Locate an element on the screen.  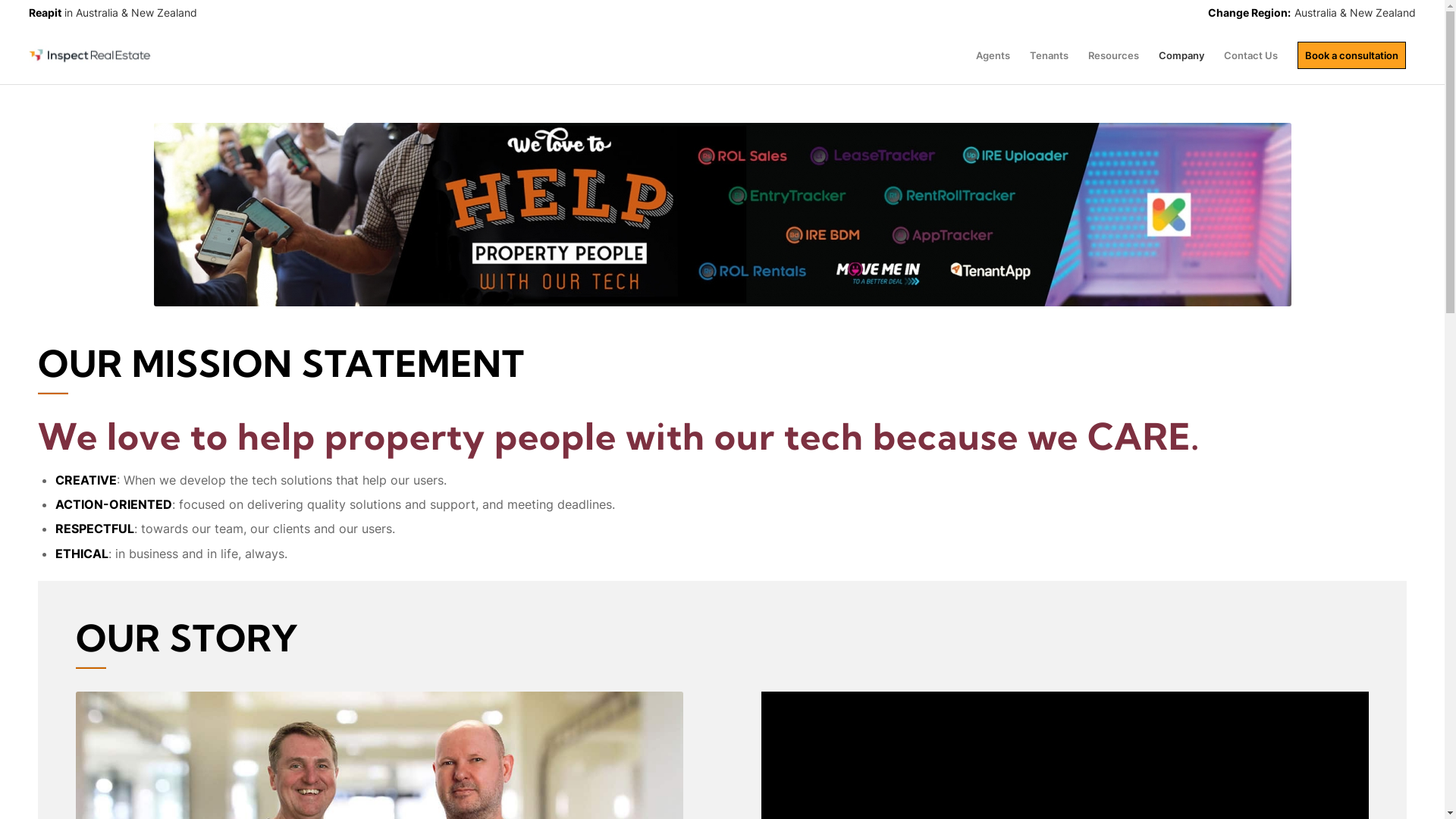
'Inspect Real Estate RGBwebsite' is located at coordinates (89, 55).